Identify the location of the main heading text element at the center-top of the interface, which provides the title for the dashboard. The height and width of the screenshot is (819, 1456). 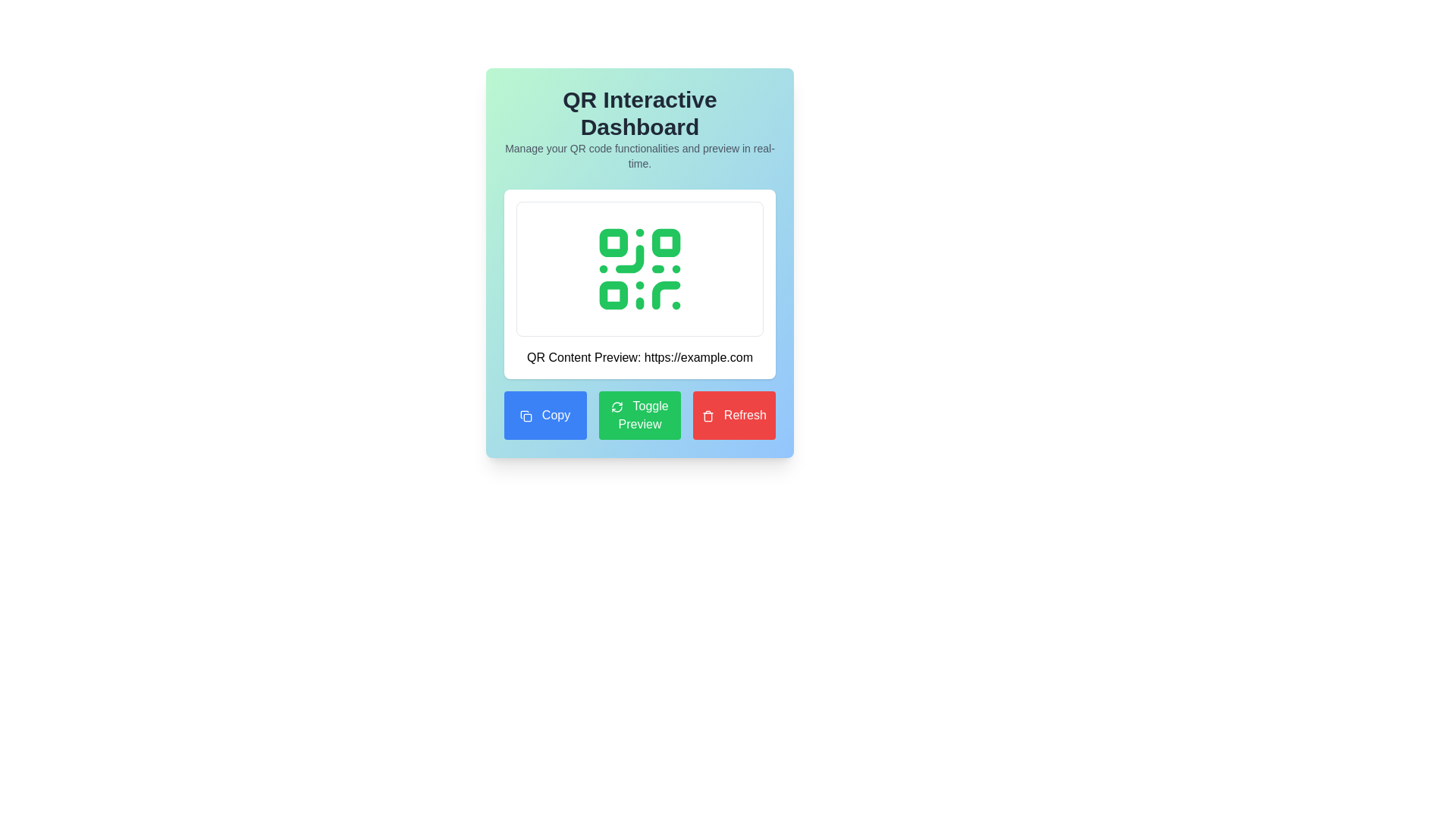
(640, 113).